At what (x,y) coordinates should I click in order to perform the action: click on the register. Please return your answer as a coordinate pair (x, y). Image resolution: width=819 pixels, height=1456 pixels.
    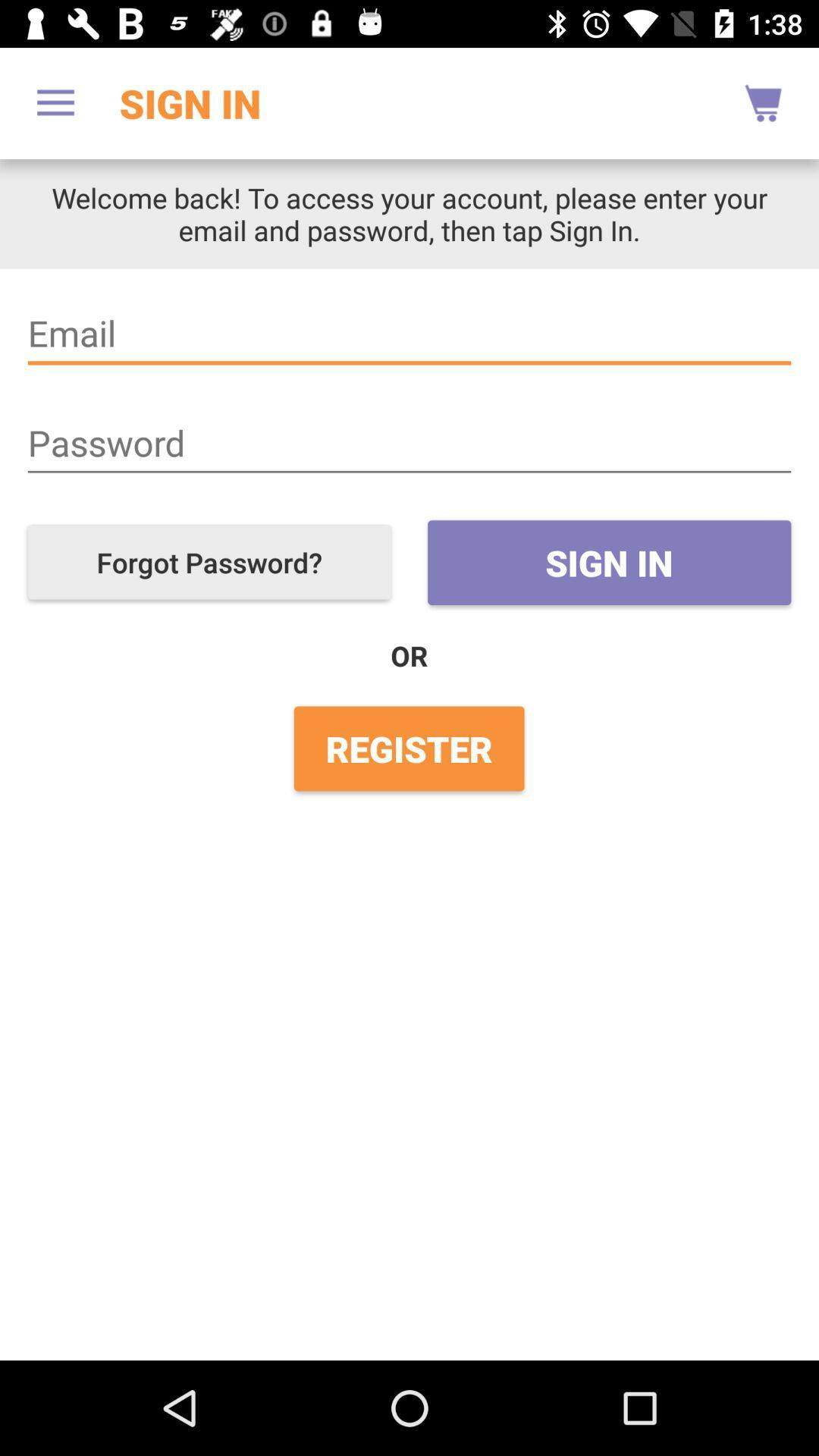
    Looking at the image, I should click on (408, 748).